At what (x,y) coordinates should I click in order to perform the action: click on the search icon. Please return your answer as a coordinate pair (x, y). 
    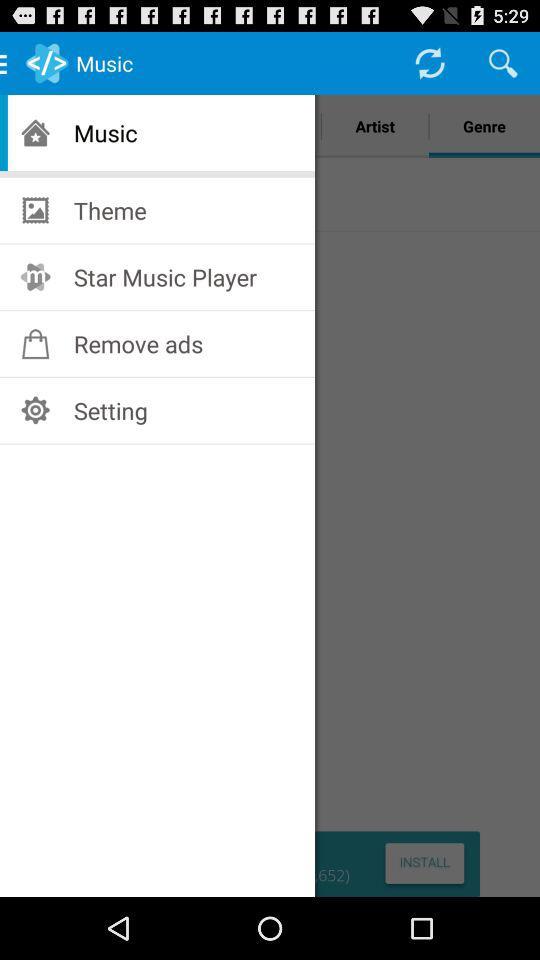
    Looking at the image, I should click on (502, 67).